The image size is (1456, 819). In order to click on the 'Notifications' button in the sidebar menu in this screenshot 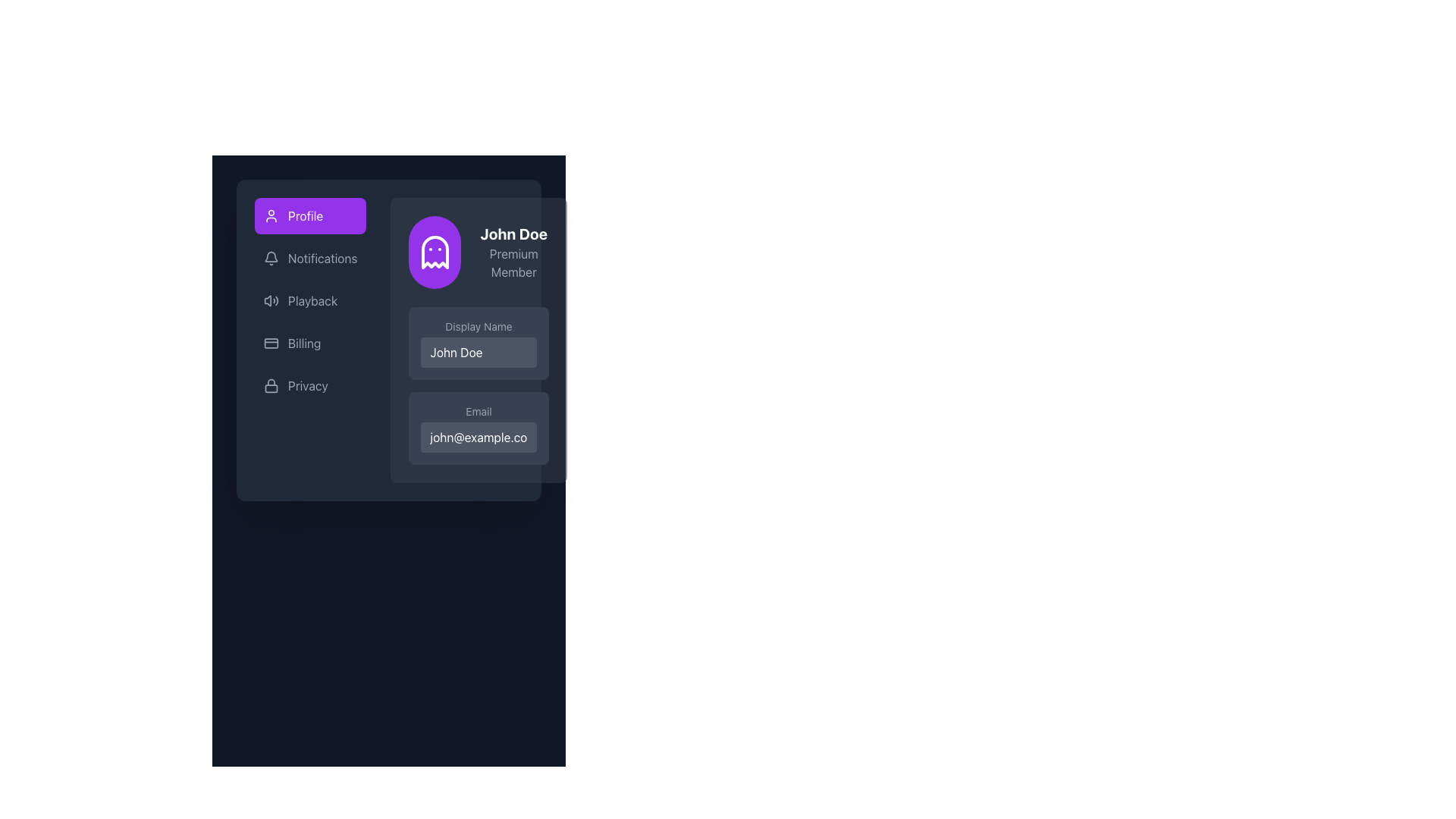, I will do `click(309, 257)`.